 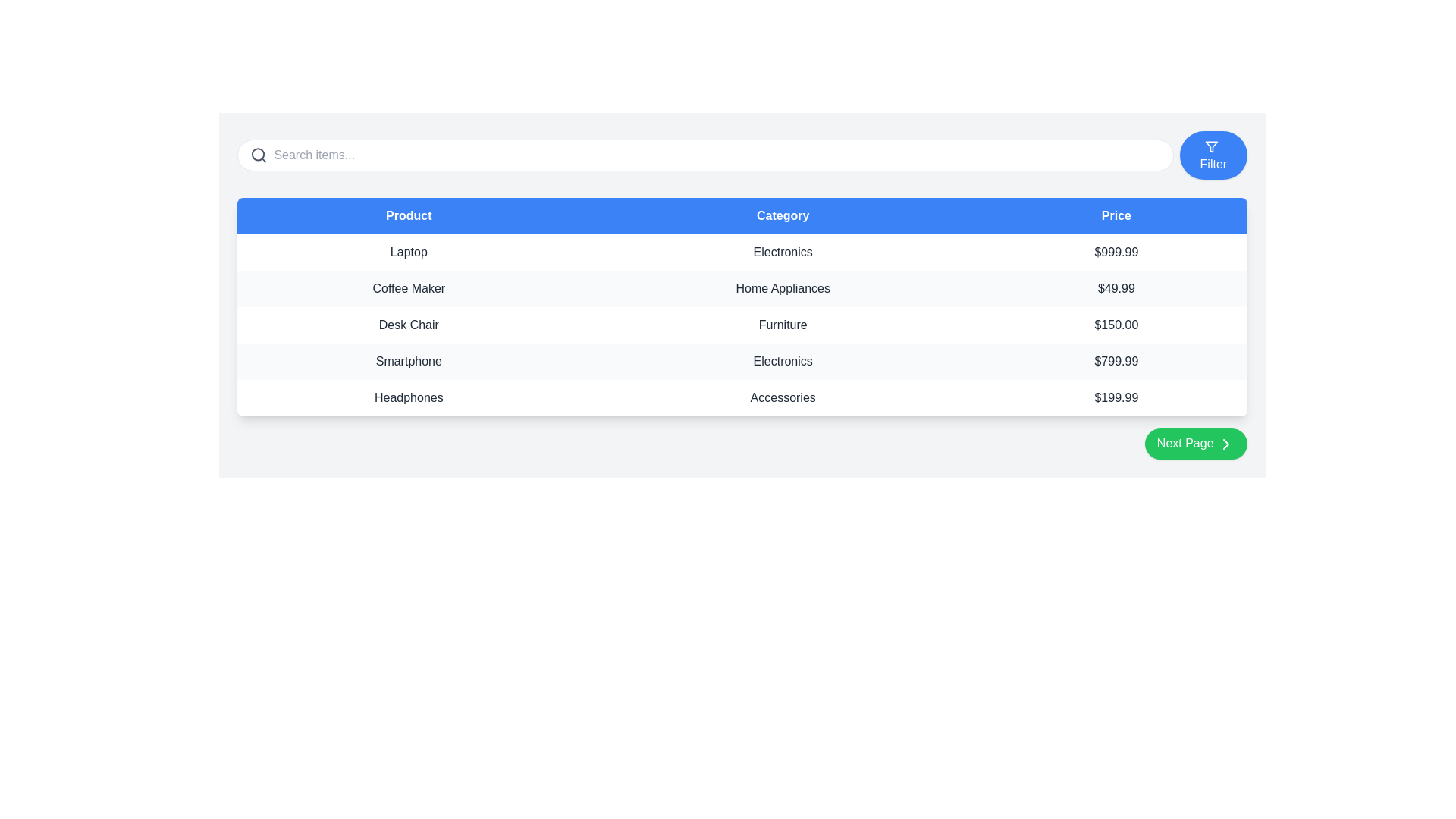 What do you see at coordinates (742, 362) in the screenshot?
I see `the fourth row of the product table, which displays details including name, category, and price` at bounding box center [742, 362].